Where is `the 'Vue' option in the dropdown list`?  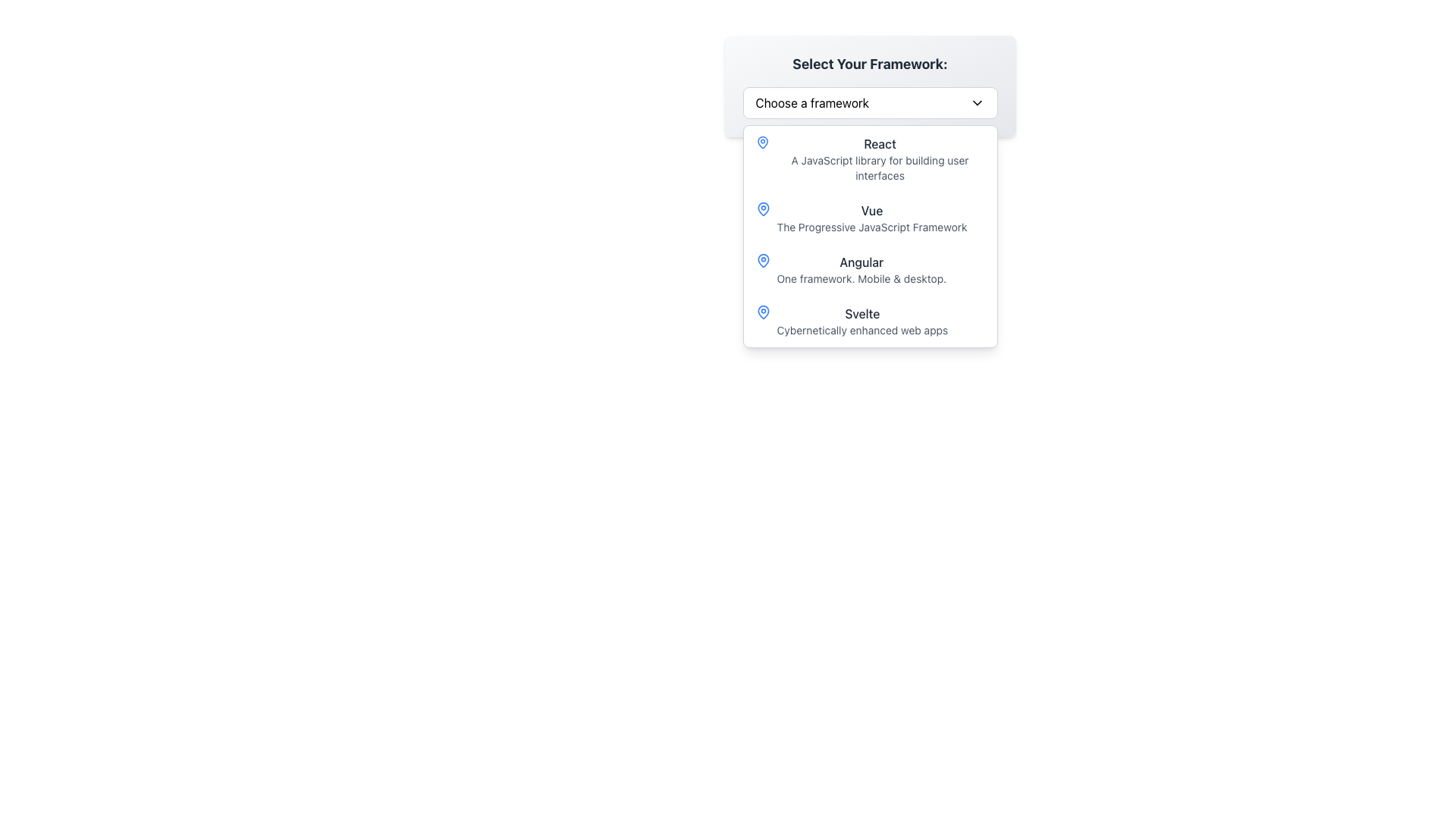
the 'Vue' option in the dropdown list is located at coordinates (871, 218).